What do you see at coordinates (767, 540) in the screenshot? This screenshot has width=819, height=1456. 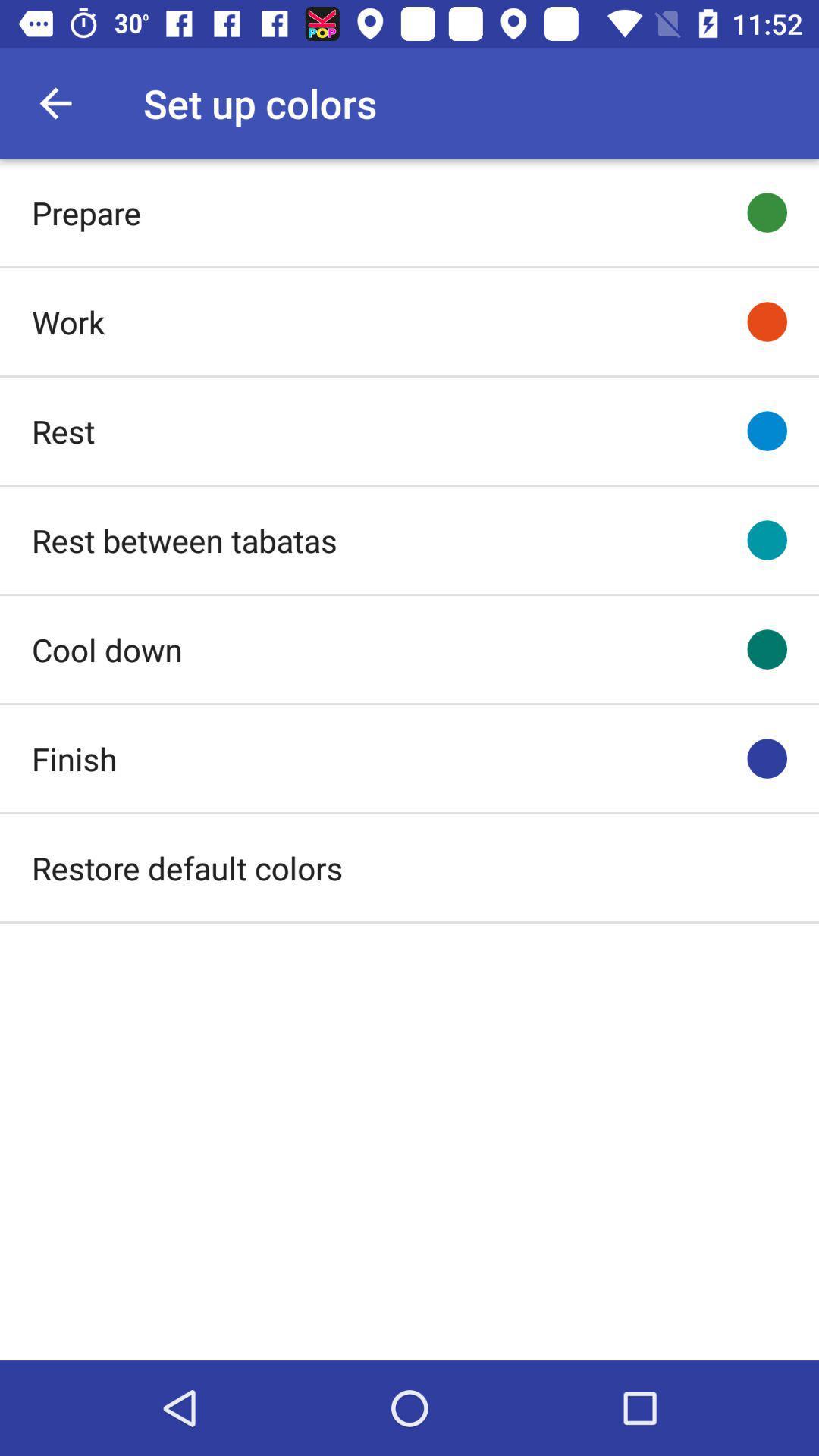 I see `the fourth circle from the top right of the page` at bounding box center [767, 540].